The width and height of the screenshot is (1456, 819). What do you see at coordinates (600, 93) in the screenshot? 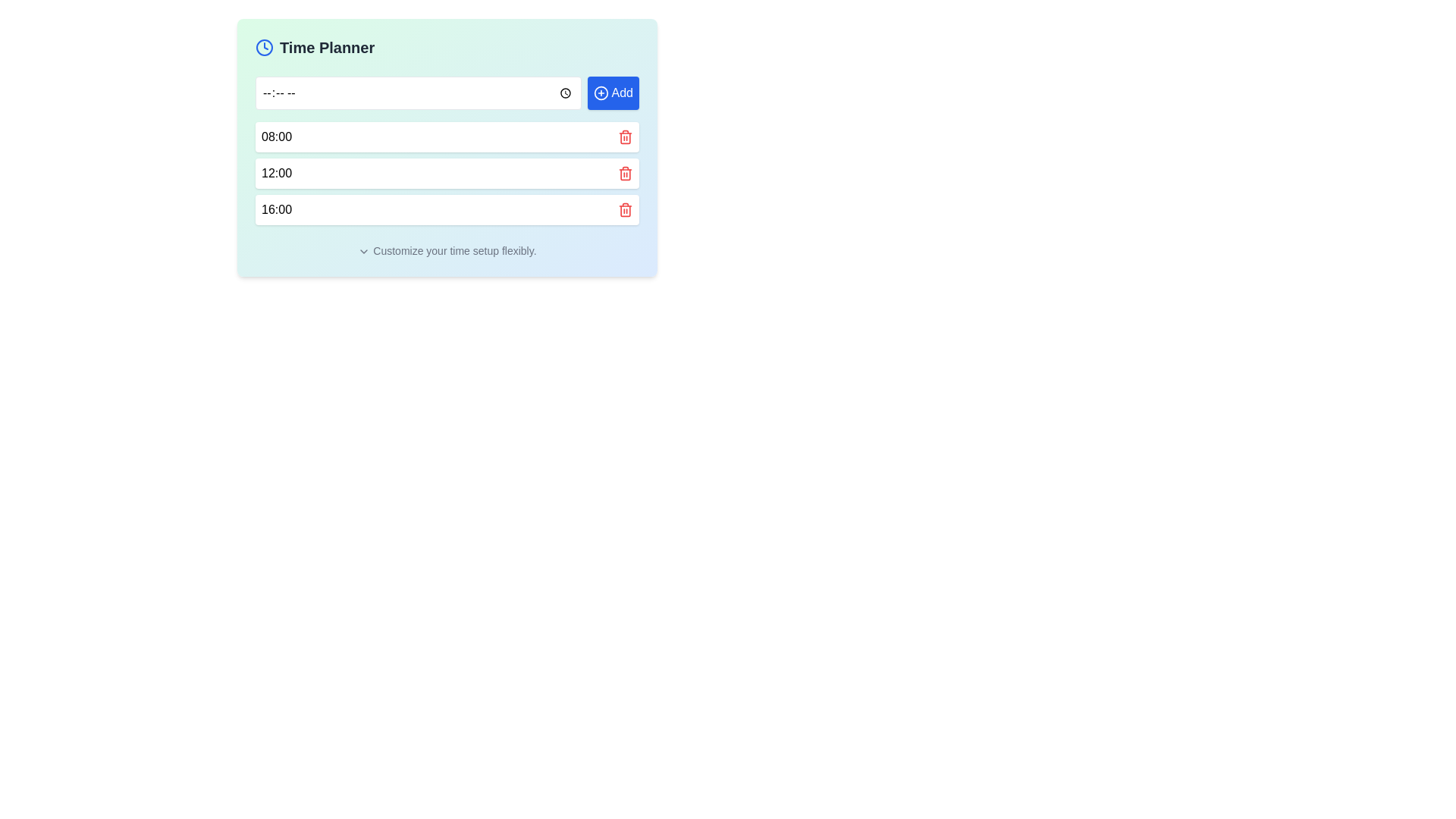
I see `the circular icon with a plus sign on a blue background, located on the left side of the 'Add' button in the upper-right corner of the 'Time Planner' panel` at bounding box center [600, 93].